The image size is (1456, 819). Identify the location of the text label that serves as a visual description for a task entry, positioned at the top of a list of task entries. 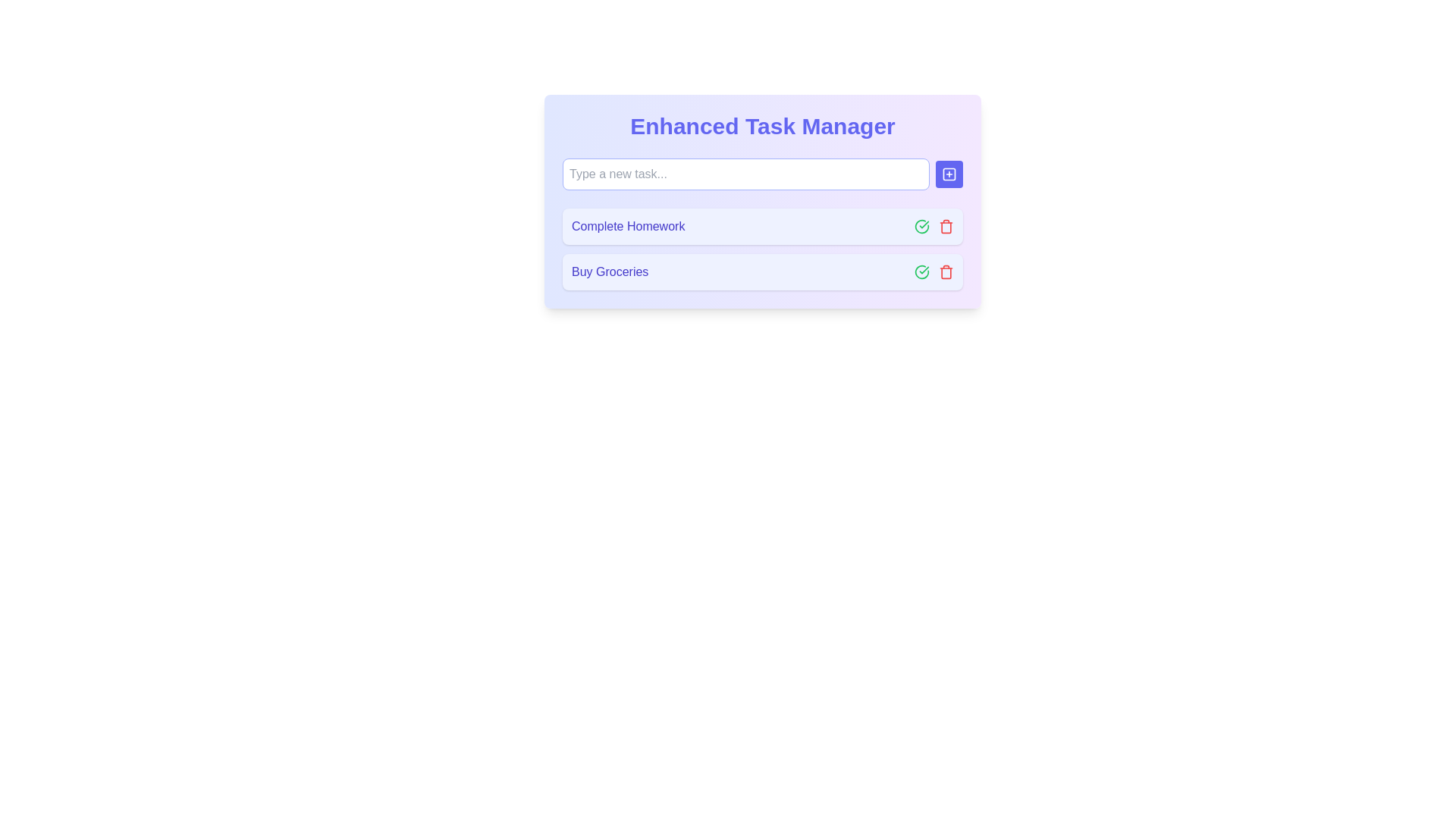
(628, 227).